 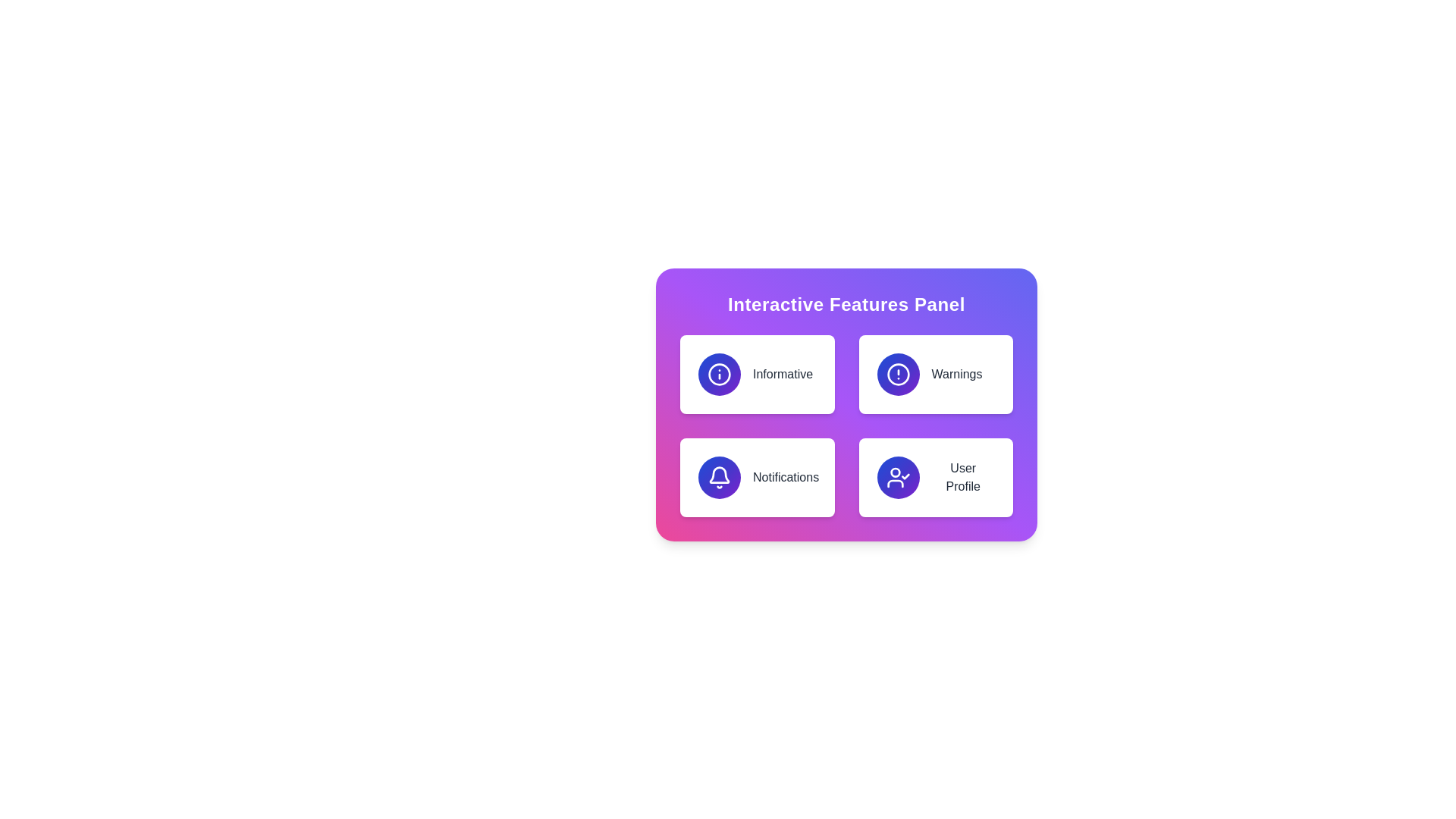 What do you see at coordinates (935, 374) in the screenshot?
I see `the 'Warnings' interactive card, which has a white background, rounded corners, a circular gradient icon on the left, and the text 'Warnings' in gray` at bounding box center [935, 374].